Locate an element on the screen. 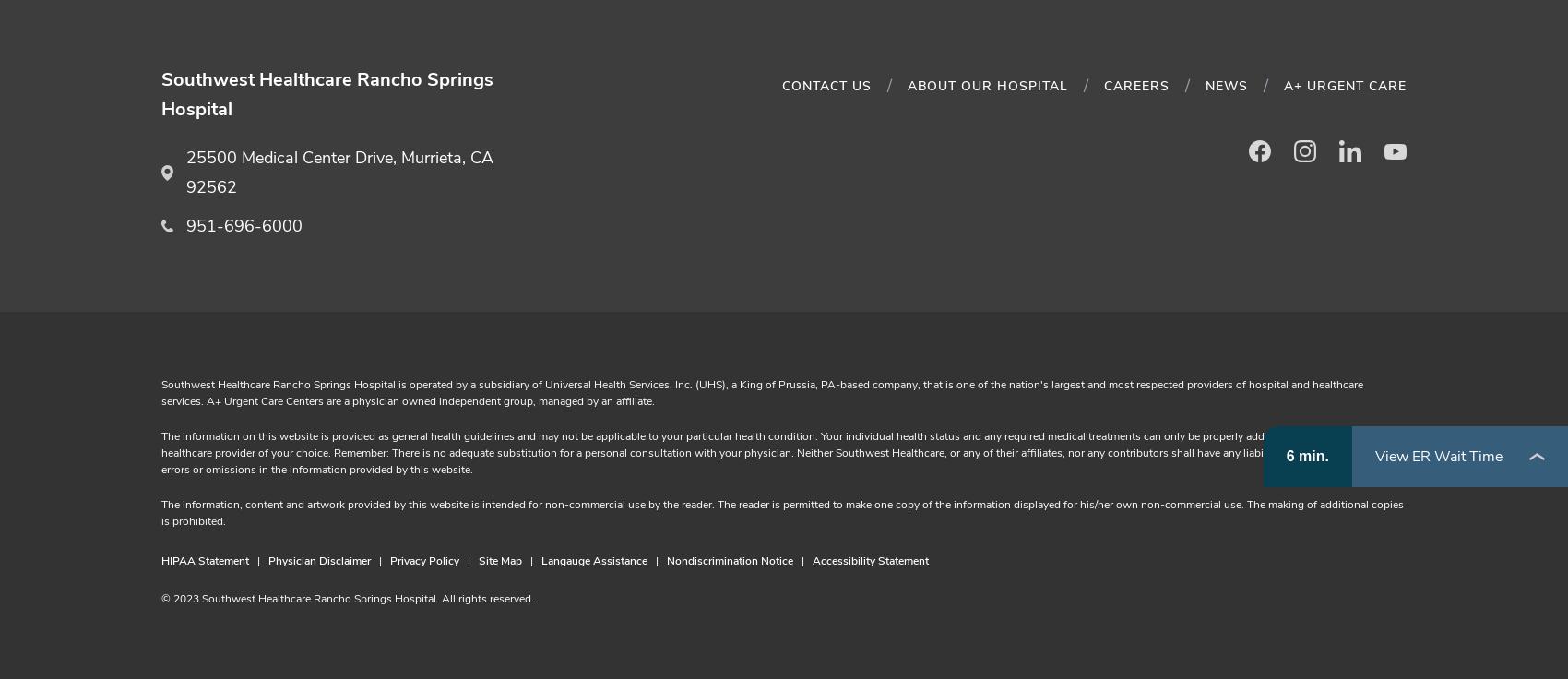  'The information on this website is provided as general health guidelines and may not be applicable to your particular health condition. Your individual health status and any required medical treatments can only be properly addressed by a professional healthcare provider of your choice. Remember: There is no adequate substitution for a personal consultation with your physician. Neither Southwest Healthcare, or any of their affiliates, nor any contributors shall have any liability for the content or any errors or omissions in the information provided by this website.' is located at coordinates (773, 451).